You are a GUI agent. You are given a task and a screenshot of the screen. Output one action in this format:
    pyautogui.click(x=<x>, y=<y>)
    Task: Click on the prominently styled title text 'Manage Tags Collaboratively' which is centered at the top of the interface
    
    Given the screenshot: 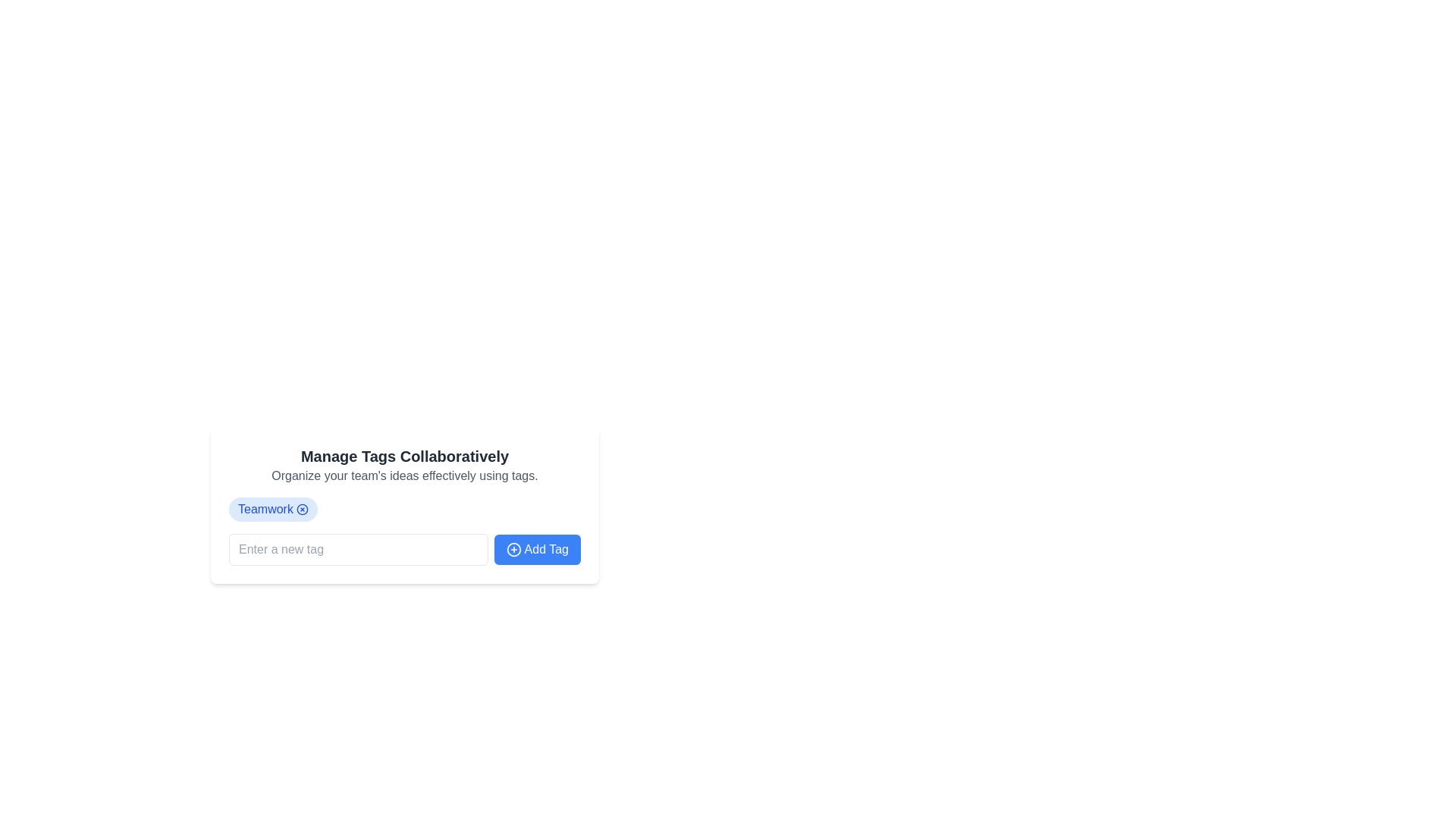 What is the action you would take?
    pyautogui.click(x=404, y=455)
    